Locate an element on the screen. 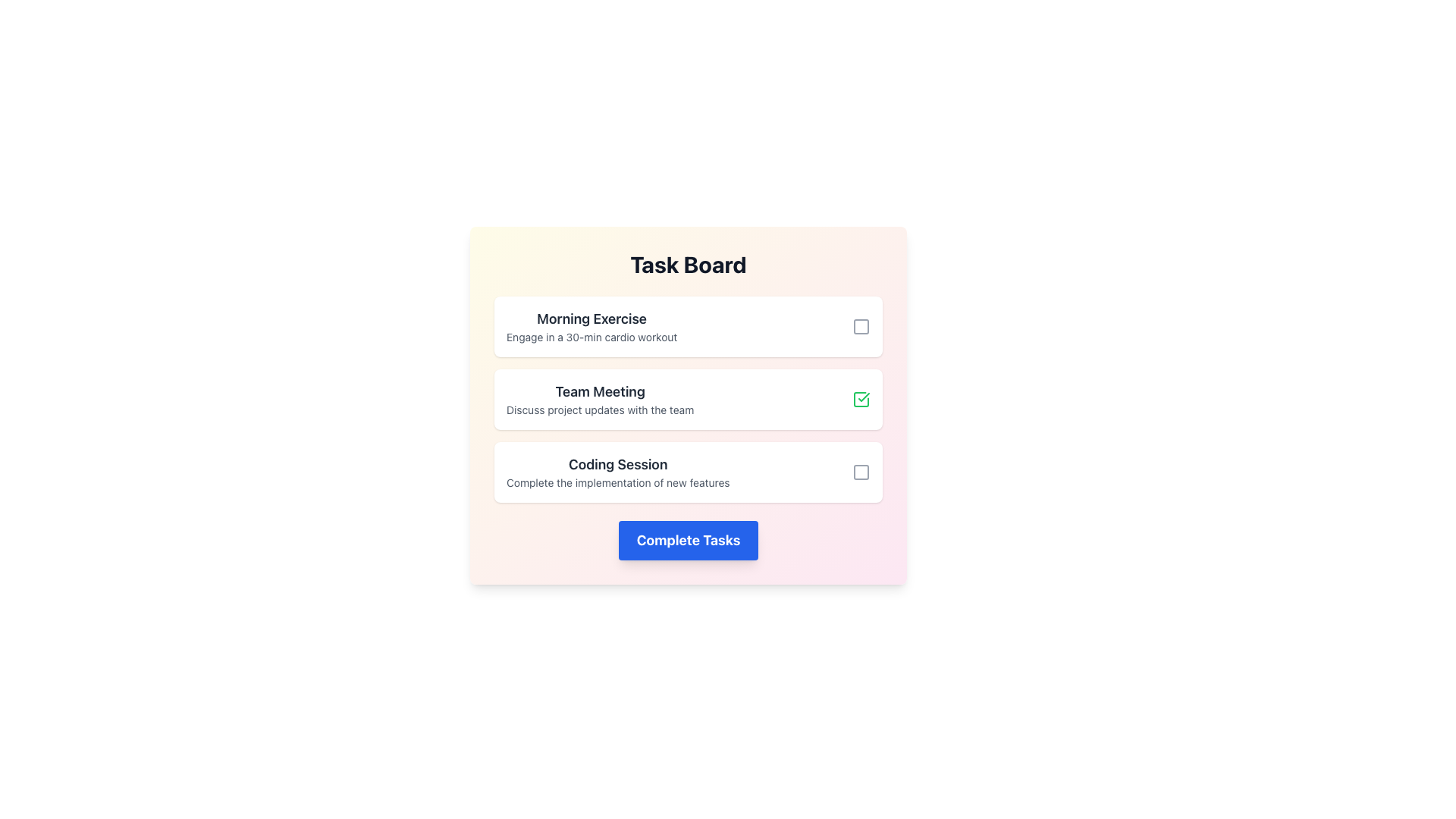  the task entry card at the top of the list, which includes a checkbox for marking the task as complete is located at coordinates (687, 326).